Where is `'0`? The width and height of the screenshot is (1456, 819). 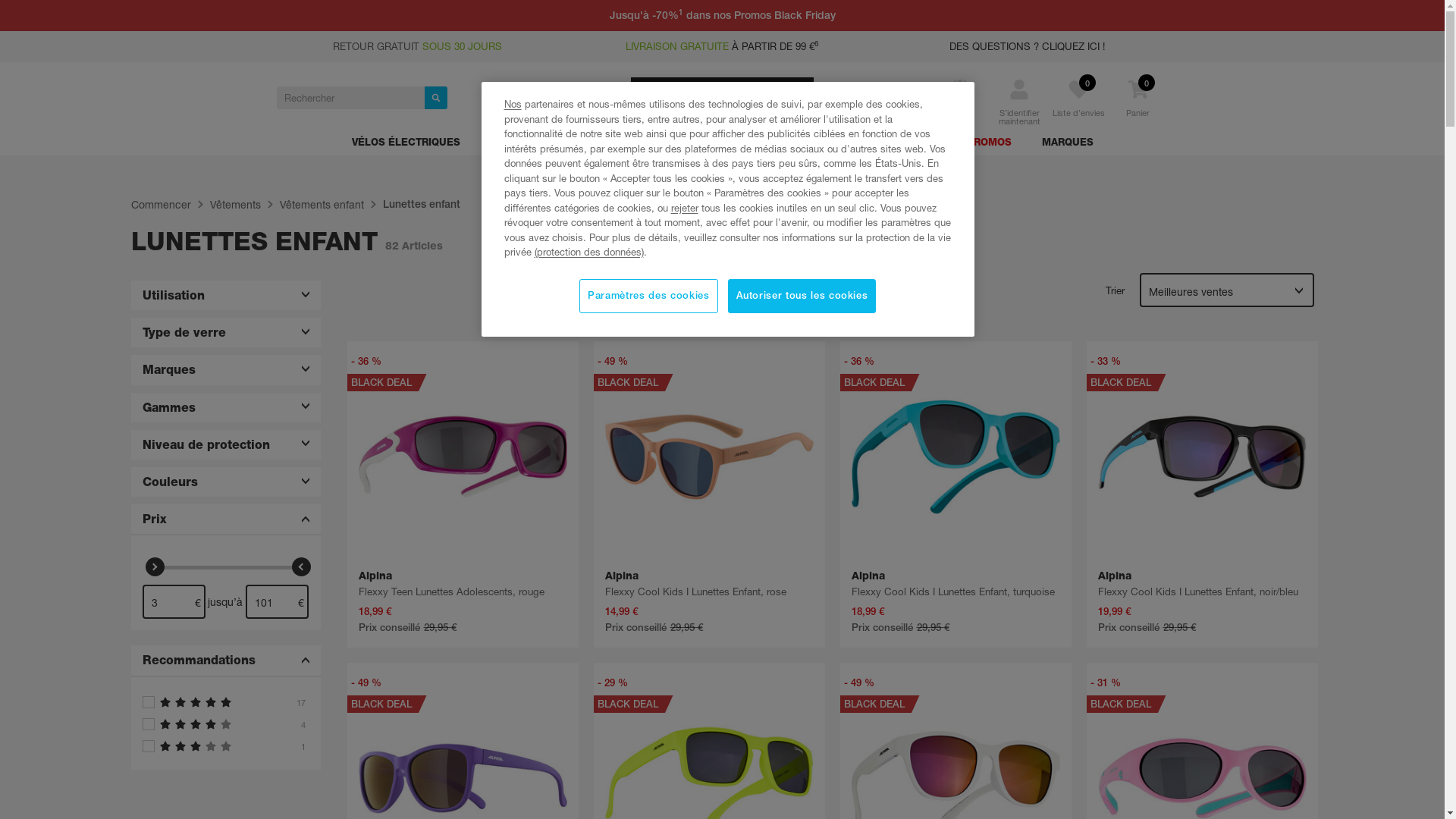 '0 is located at coordinates (1138, 107).